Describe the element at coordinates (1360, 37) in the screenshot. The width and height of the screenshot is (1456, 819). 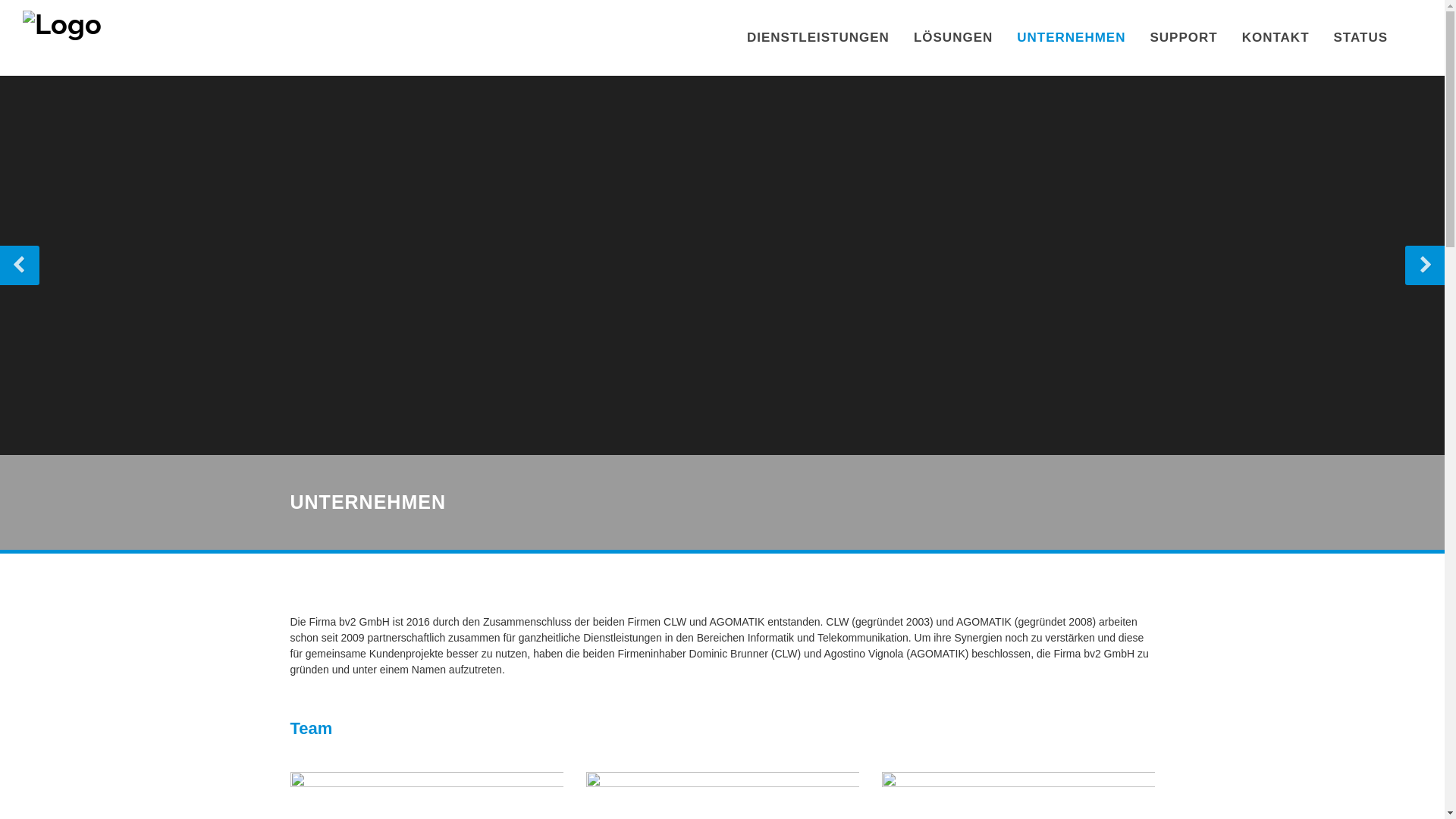
I see `'STATUS'` at that location.